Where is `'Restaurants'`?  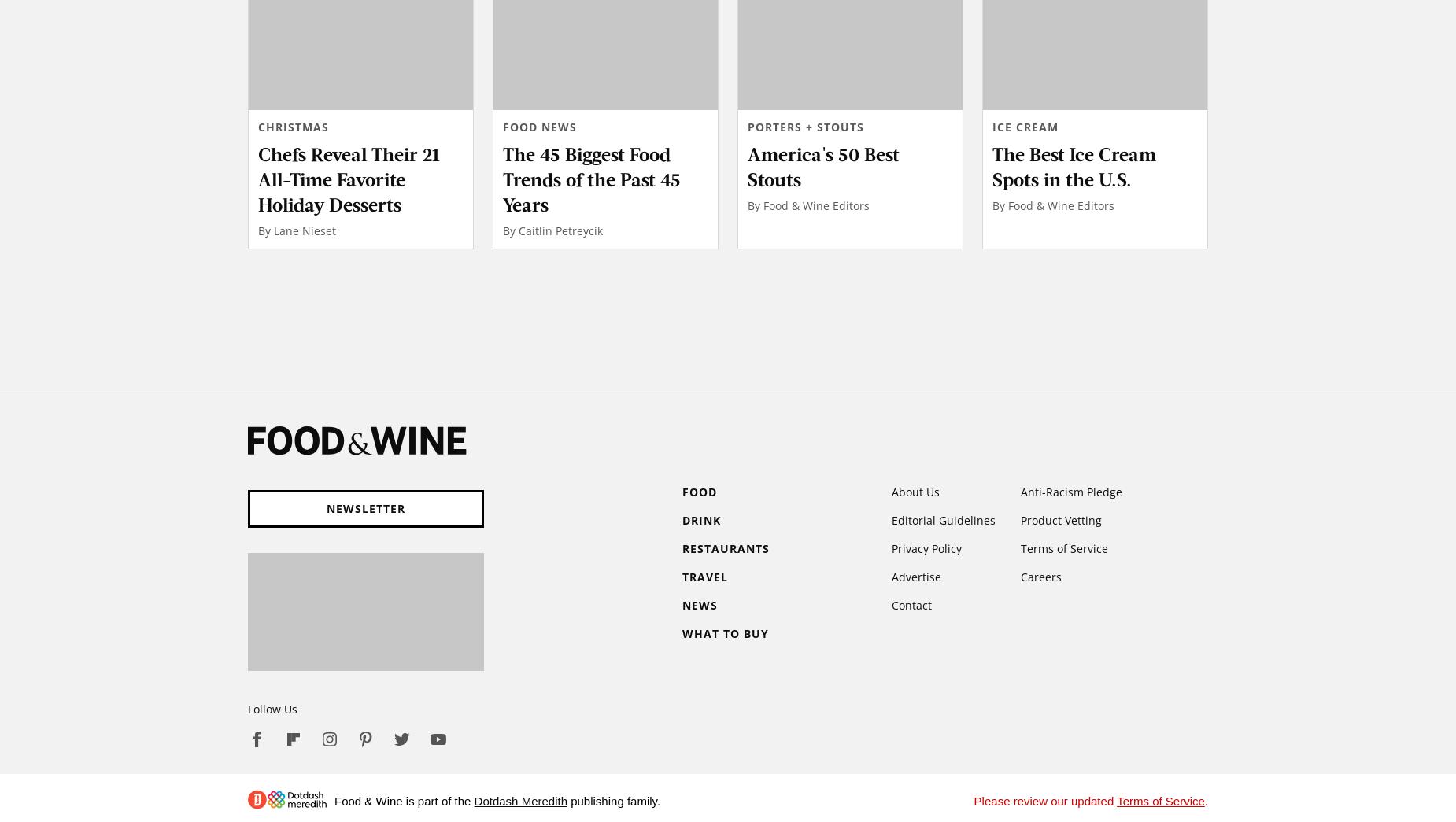 'Restaurants' is located at coordinates (726, 547).